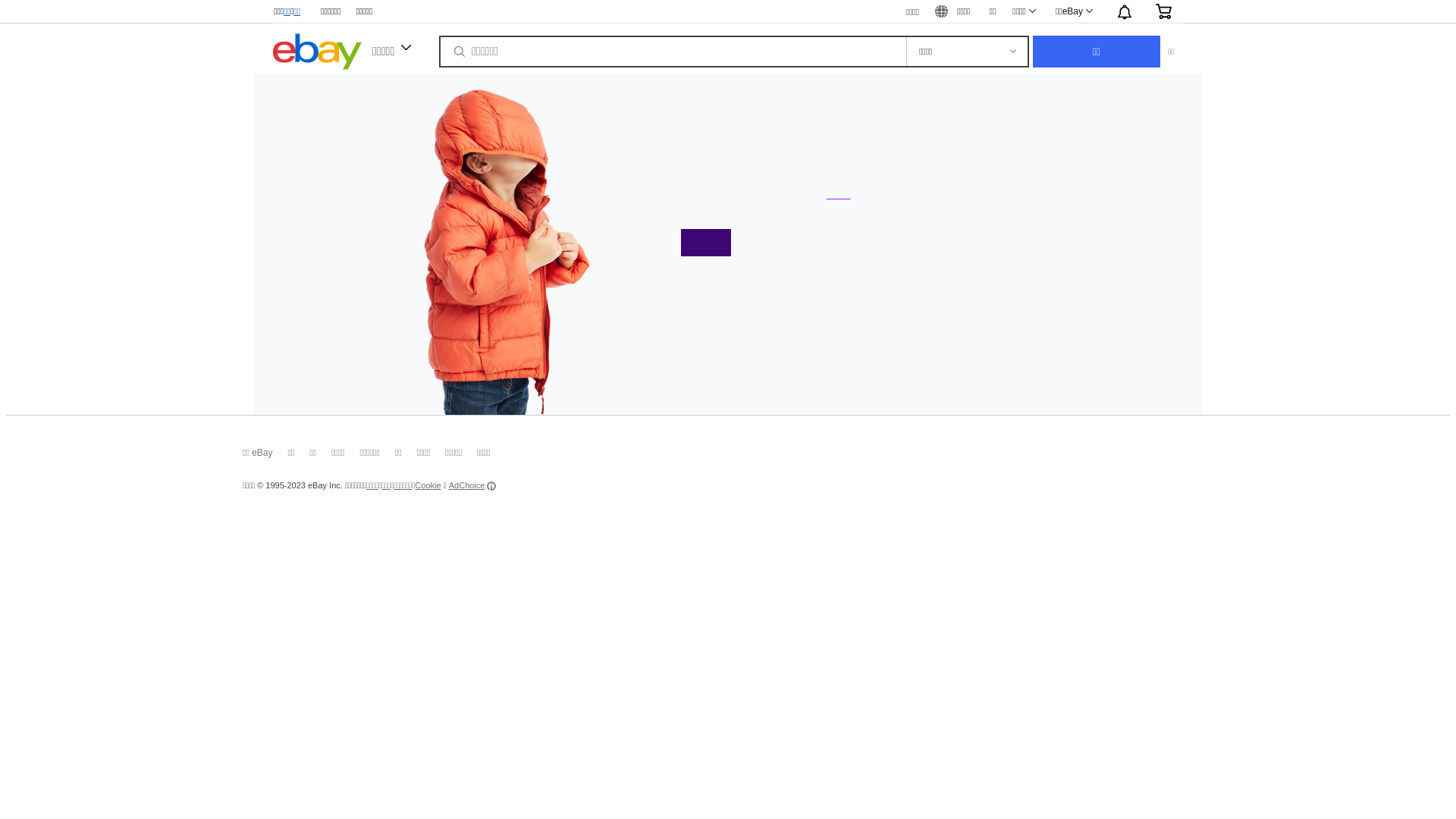  Describe the element at coordinates (447, 485) in the screenshot. I see `'AdChoice'` at that location.